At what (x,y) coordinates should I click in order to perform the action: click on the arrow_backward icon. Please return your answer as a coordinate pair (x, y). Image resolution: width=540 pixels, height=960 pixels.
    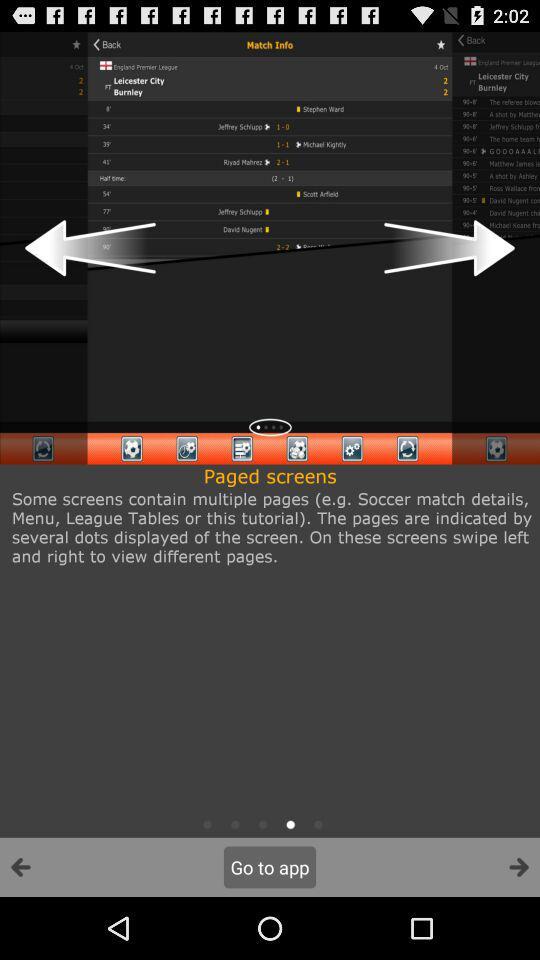
    Looking at the image, I should click on (20, 928).